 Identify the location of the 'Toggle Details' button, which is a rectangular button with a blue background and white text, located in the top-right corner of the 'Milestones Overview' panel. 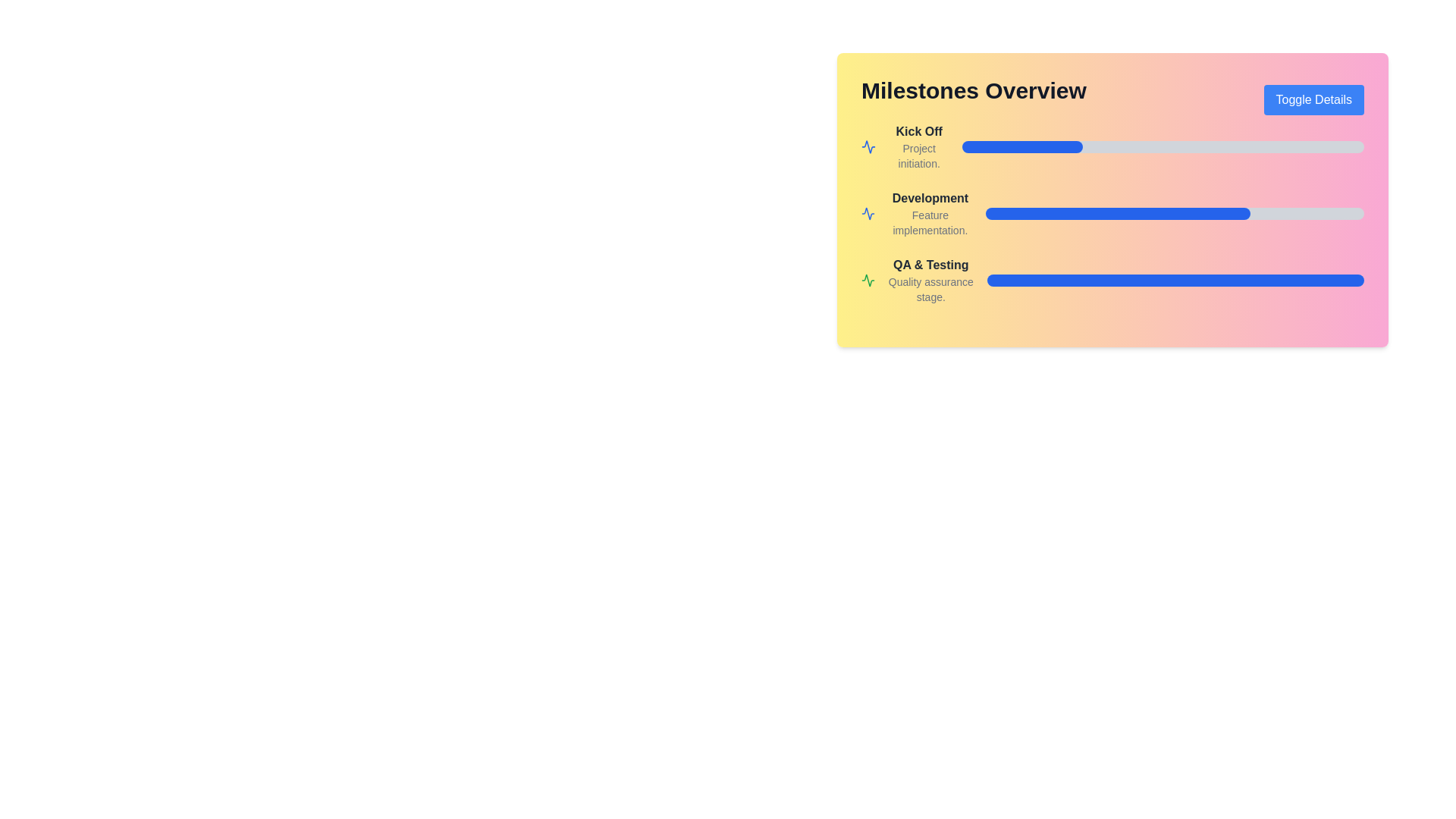
(1313, 99).